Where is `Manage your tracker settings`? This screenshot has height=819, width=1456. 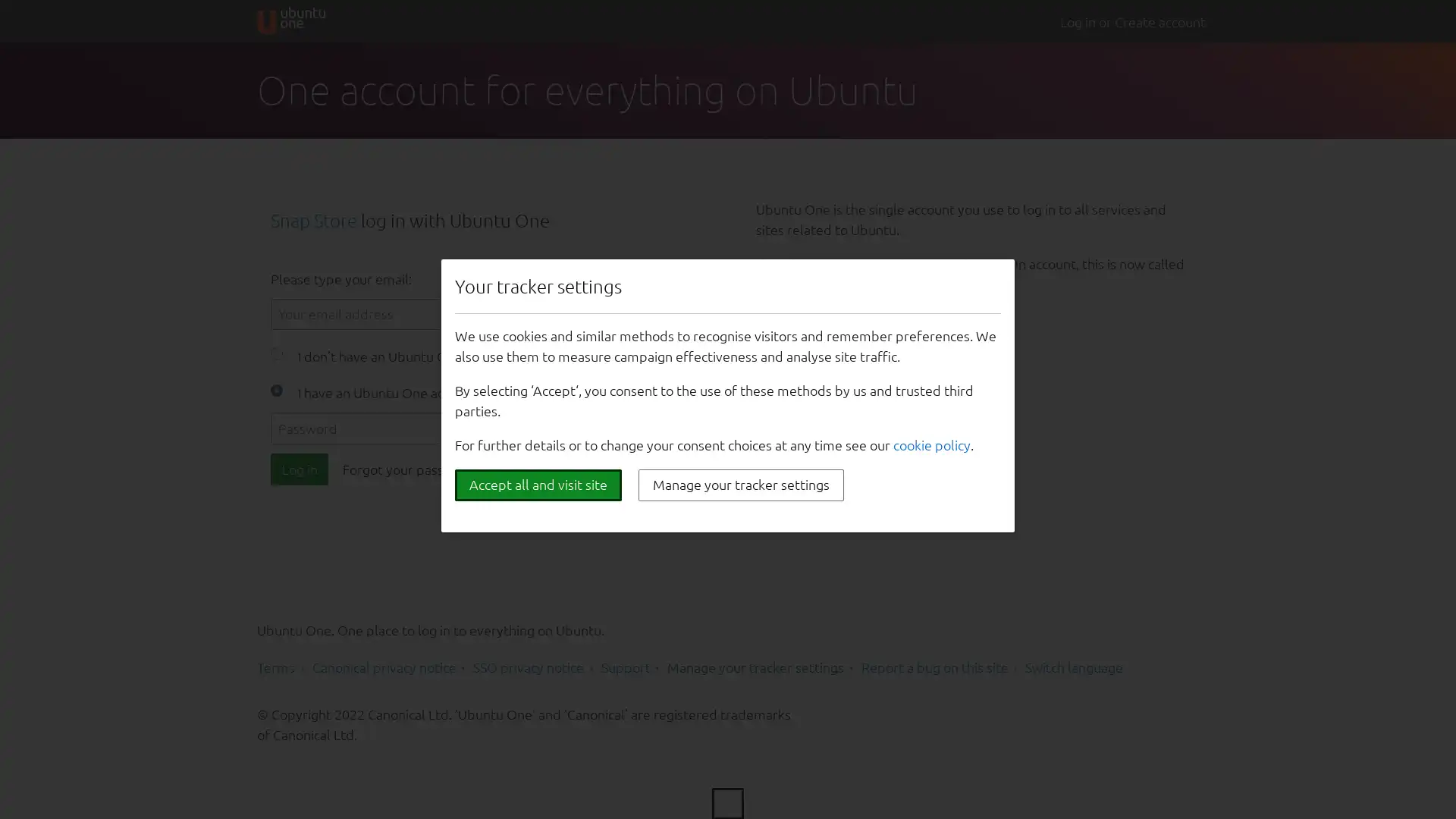 Manage your tracker settings is located at coordinates (741, 485).